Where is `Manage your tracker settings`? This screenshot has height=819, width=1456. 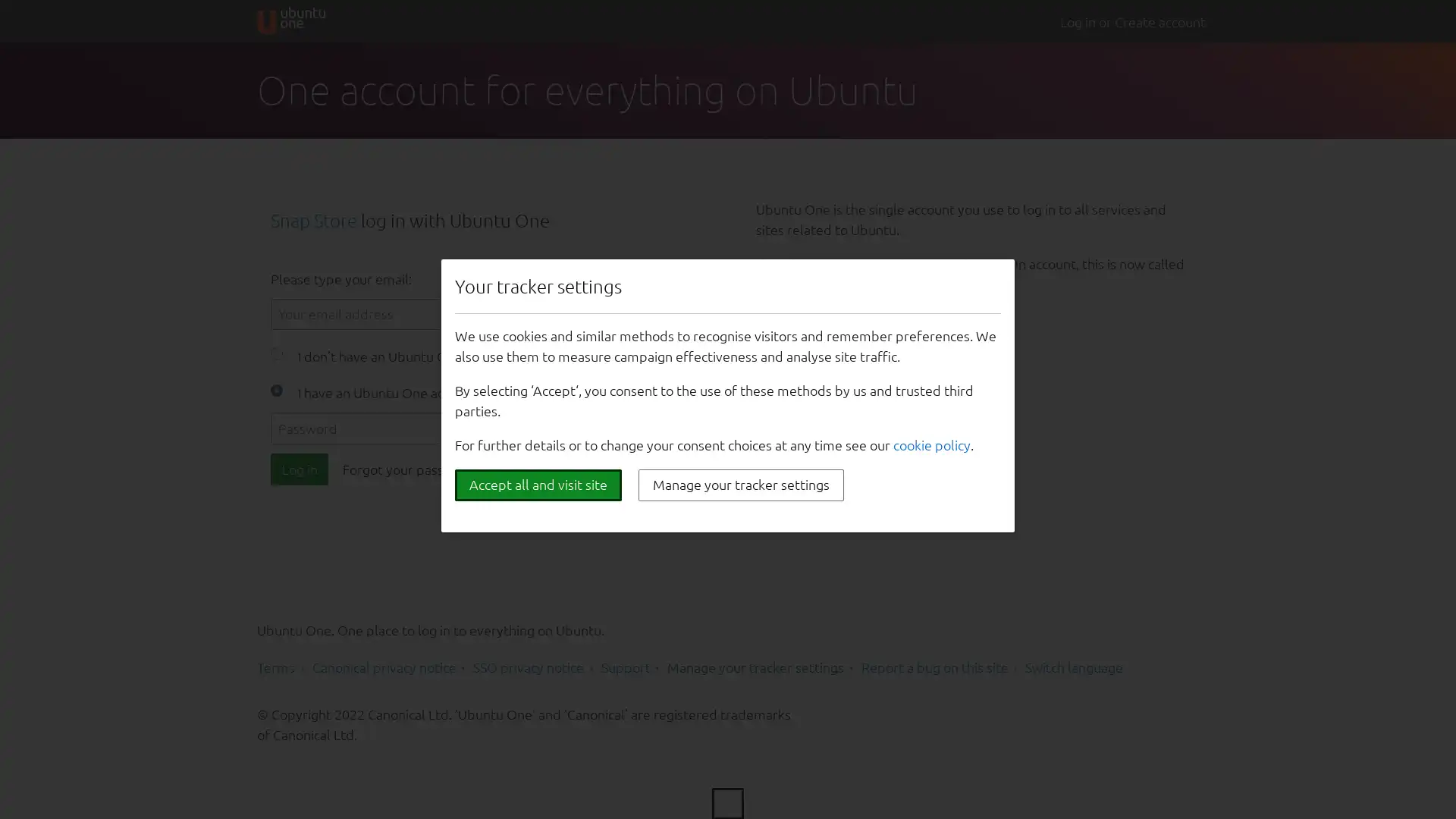 Manage your tracker settings is located at coordinates (741, 485).